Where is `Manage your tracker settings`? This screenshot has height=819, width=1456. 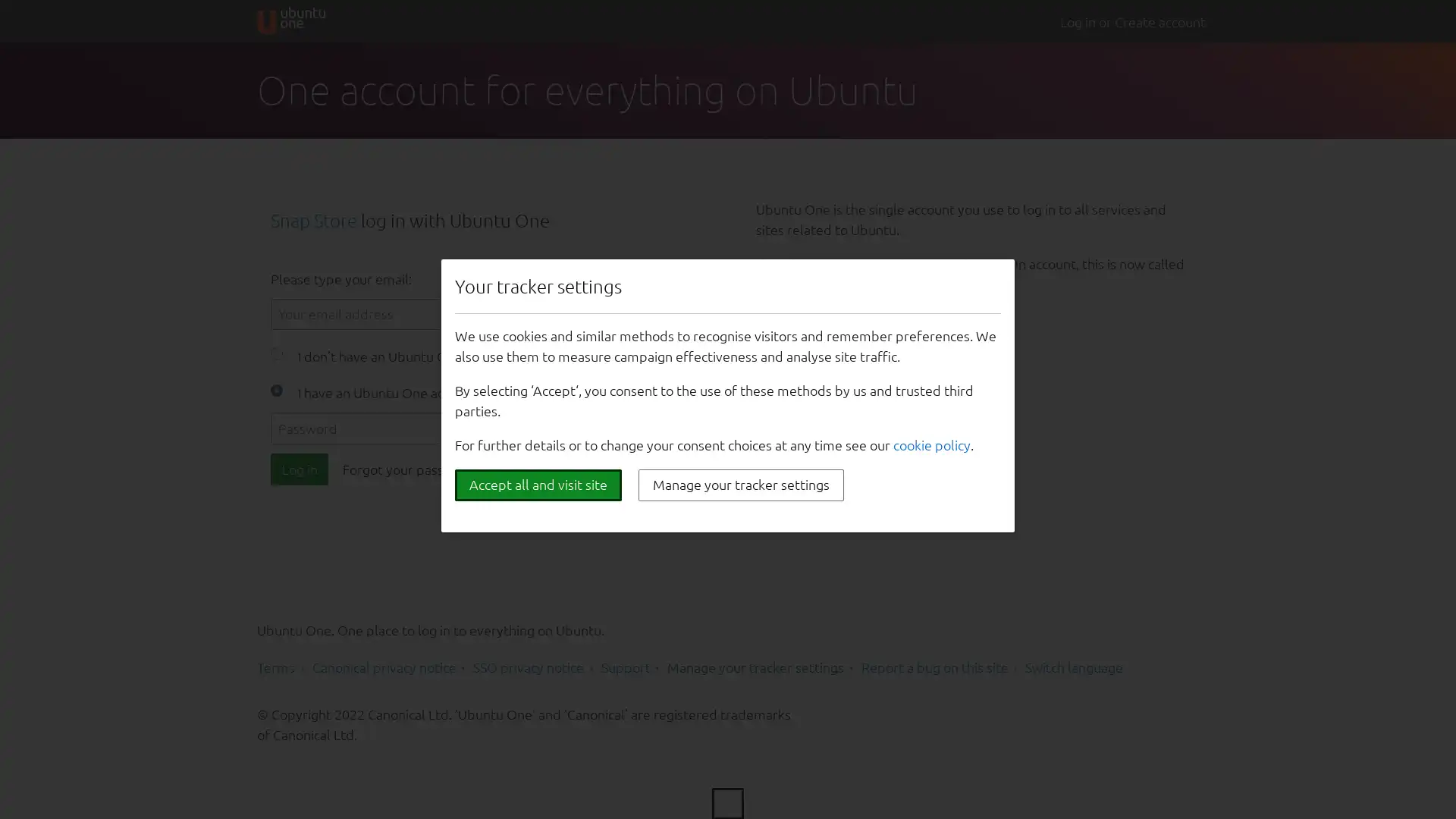 Manage your tracker settings is located at coordinates (741, 485).